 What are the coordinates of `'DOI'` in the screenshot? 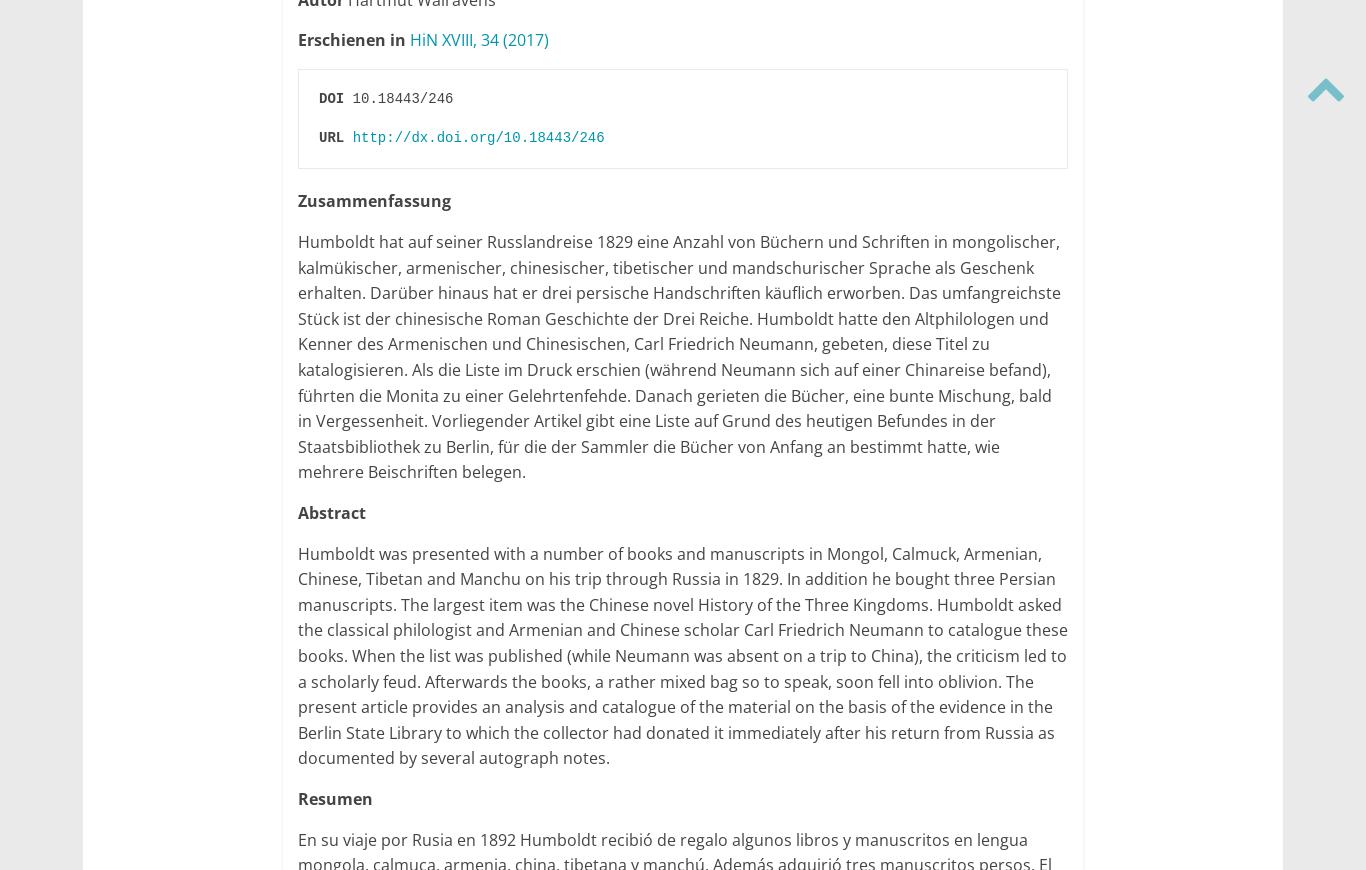 It's located at (331, 96).